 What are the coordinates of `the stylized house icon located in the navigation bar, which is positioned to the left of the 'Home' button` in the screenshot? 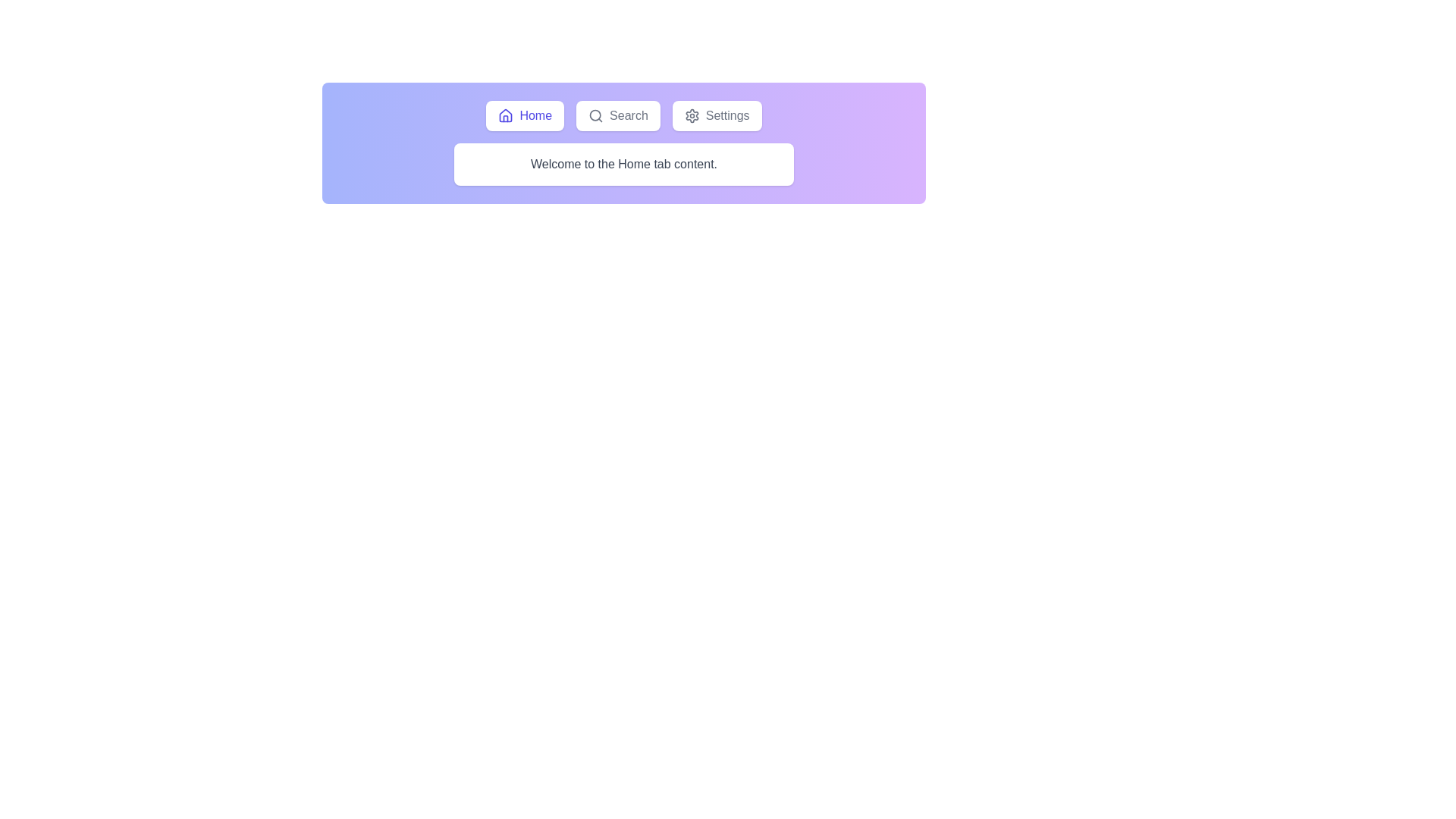 It's located at (506, 115).